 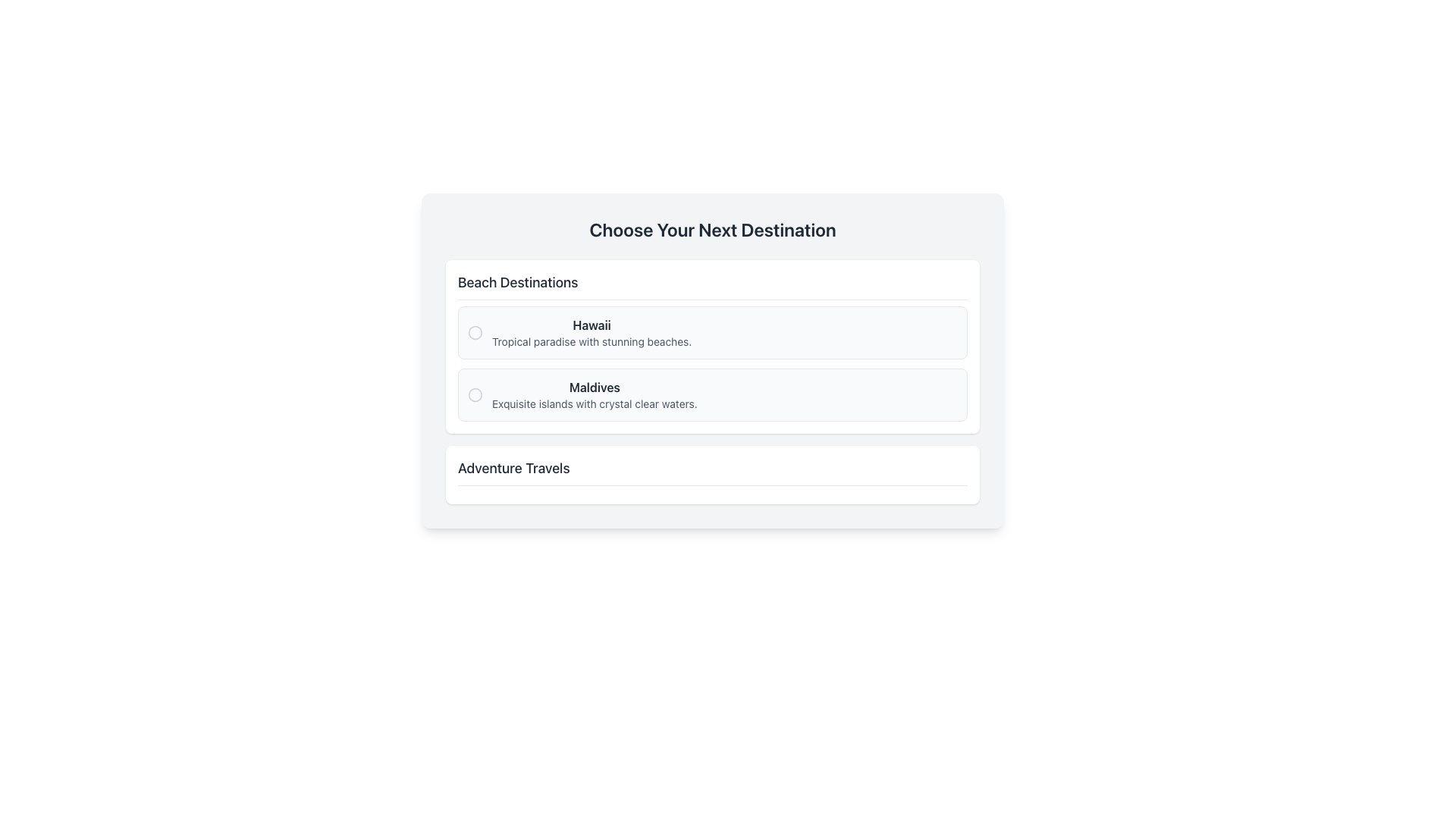 What do you see at coordinates (594, 403) in the screenshot?
I see `the descriptive text element stating 'Exquisite islands with crystal clear waters.' located beneath the title 'Maldives' in the 'Beach Destinations' section` at bounding box center [594, 403].